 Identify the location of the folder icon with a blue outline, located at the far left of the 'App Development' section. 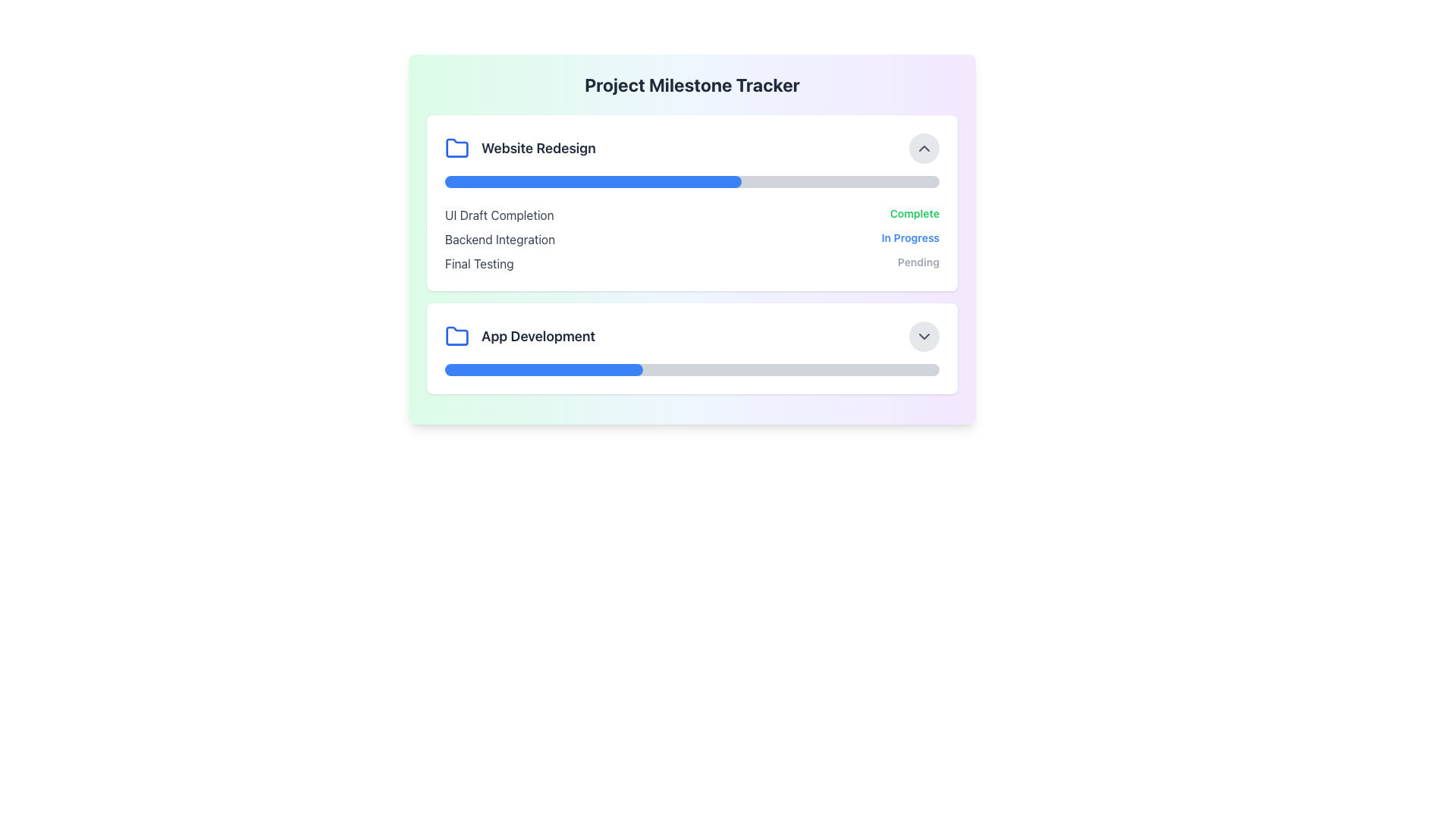
(457, 335).